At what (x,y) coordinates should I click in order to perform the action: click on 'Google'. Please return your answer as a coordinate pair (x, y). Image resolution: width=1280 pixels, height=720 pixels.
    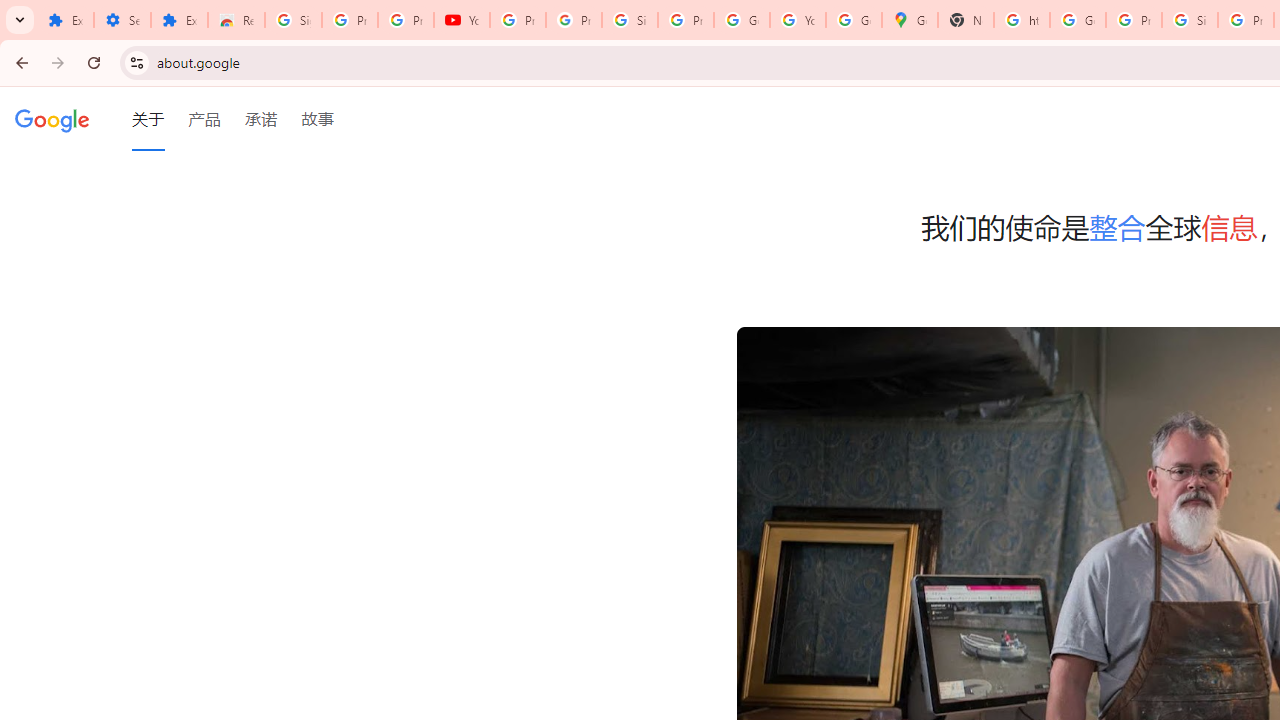
    Looking at the image, I should click on (52, 119).